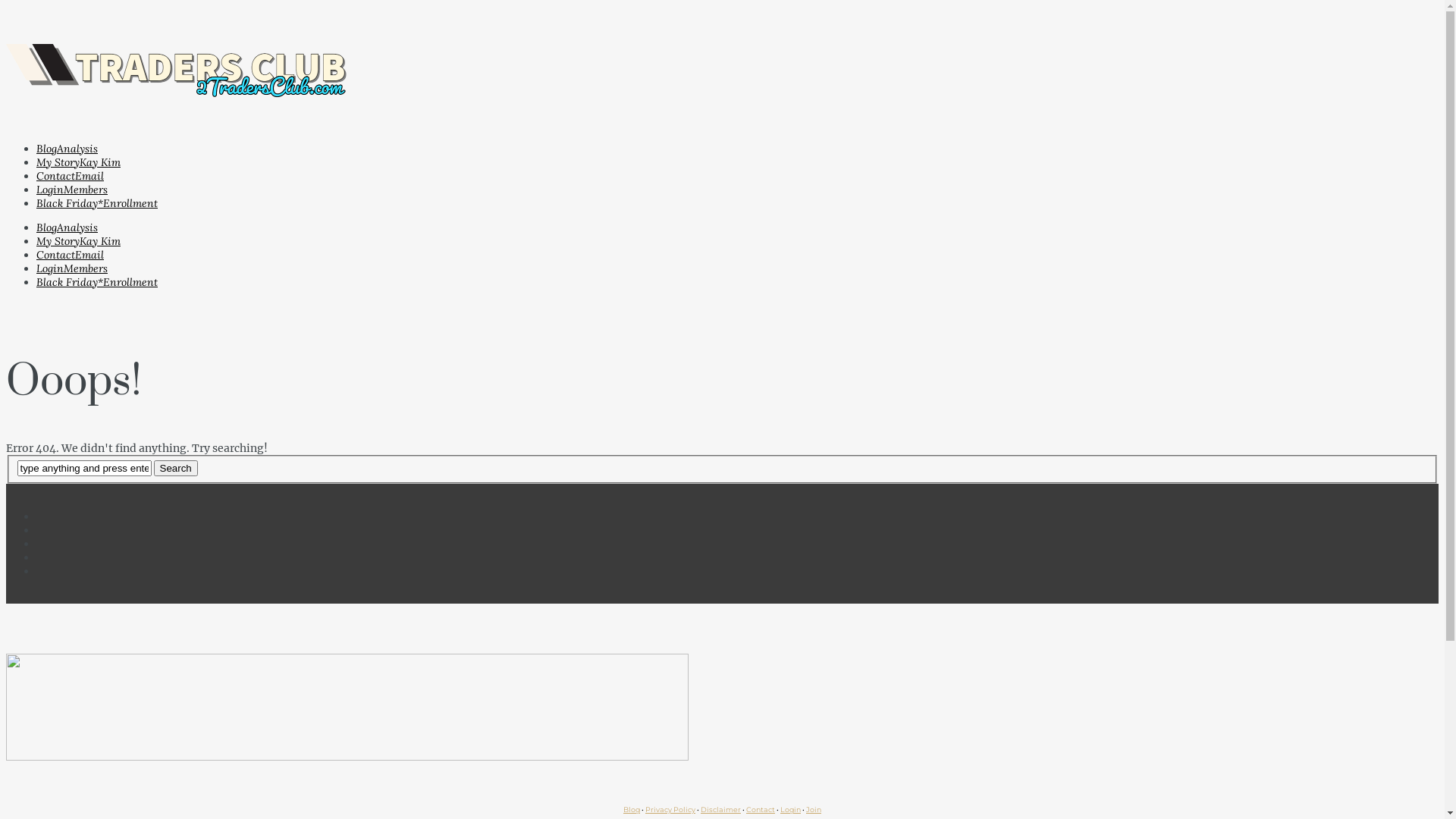 This screenshot has width=1456, height=819. Describe the element at coordinates (96, 281) in the screenshot. I see `'Black Friday*Enrollment'` at that location.